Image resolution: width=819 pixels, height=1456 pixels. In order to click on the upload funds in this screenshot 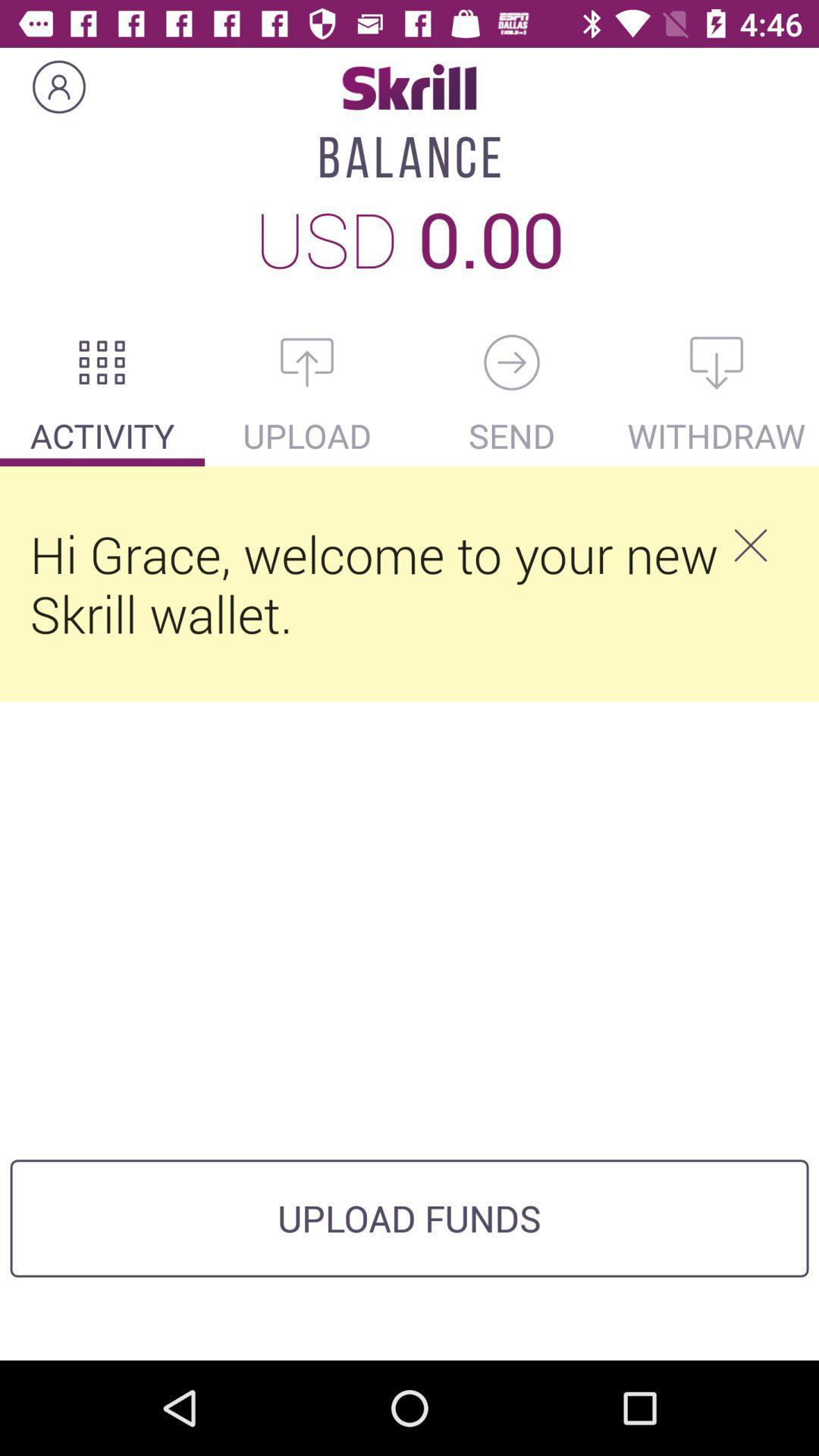, I will do `click(409, 1218)`.